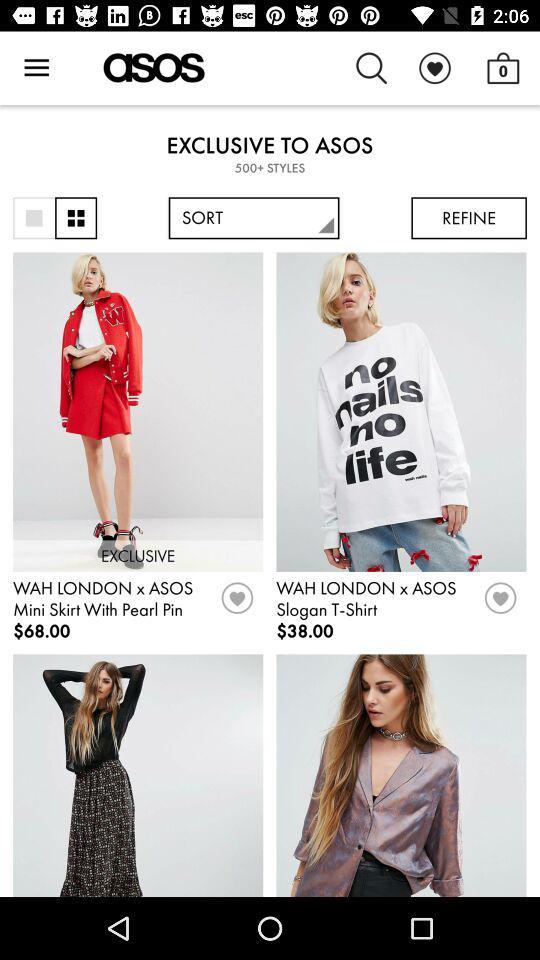  What do you see at coordinates (502, 68) in the screenshot?
I see `the bag button which is at the top right` at bounding box center [502, 68].